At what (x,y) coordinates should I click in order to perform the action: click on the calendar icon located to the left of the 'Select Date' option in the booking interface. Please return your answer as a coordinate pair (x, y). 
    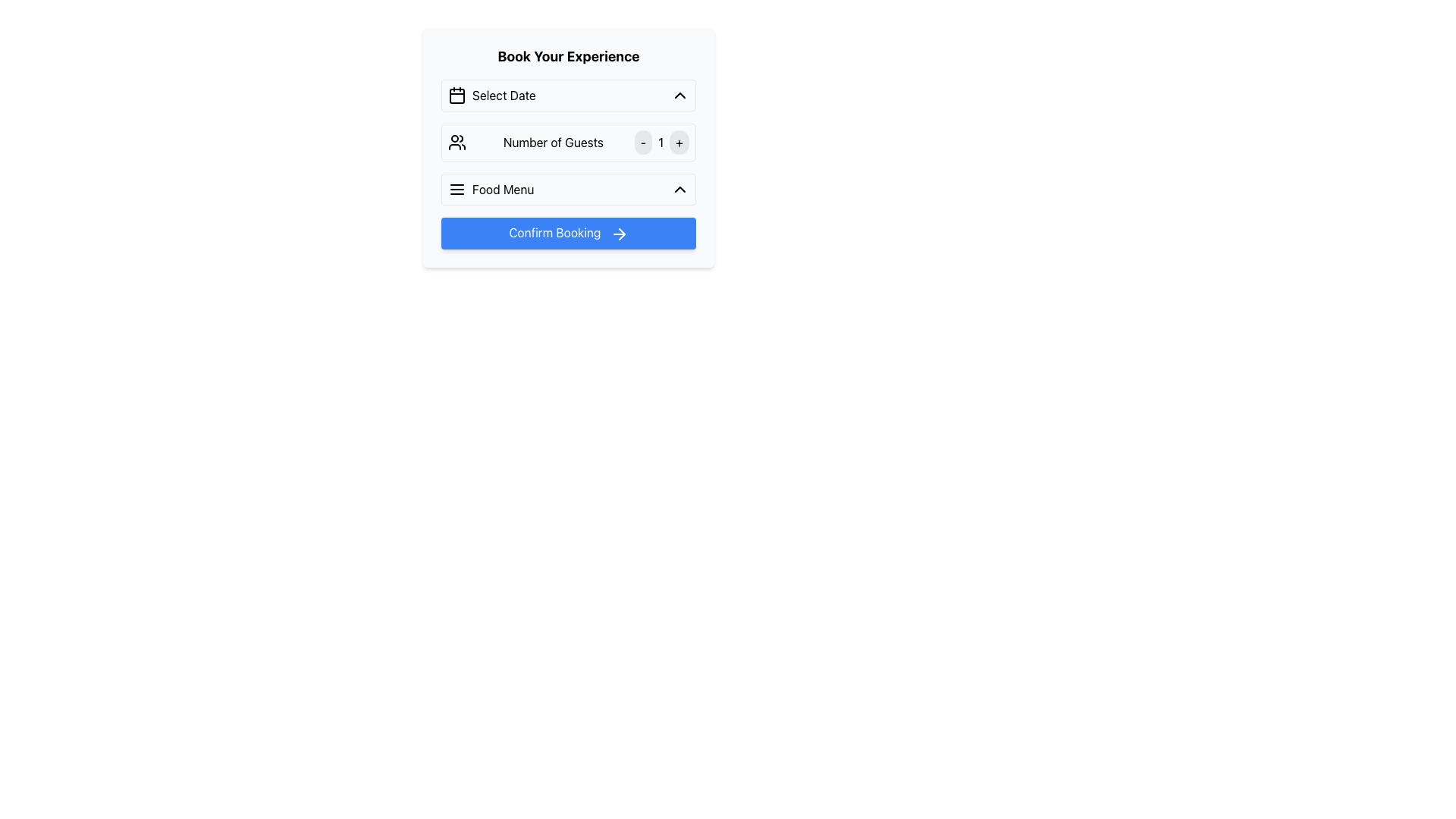
    Looking at the image, I should click on (457, 96).